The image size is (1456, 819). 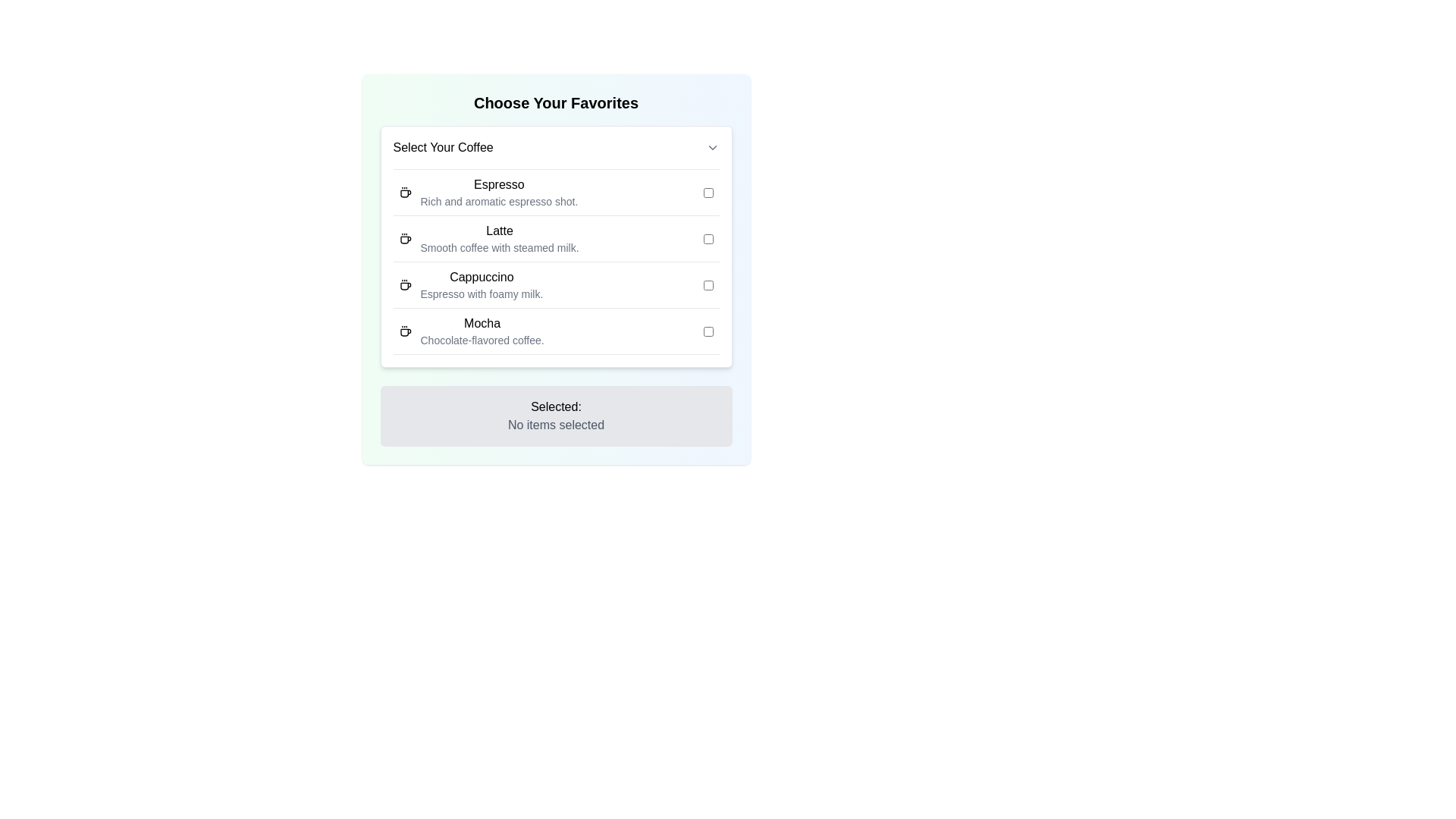 What do you see at coordinates (499, 201) in the screenshot?
I see `the static text label that provides additional information about the 'Espresso' coffee option, located directly below the main text 'Espresso' in the 'Choose Your Favorites' section` at bounding box center [499, 201].